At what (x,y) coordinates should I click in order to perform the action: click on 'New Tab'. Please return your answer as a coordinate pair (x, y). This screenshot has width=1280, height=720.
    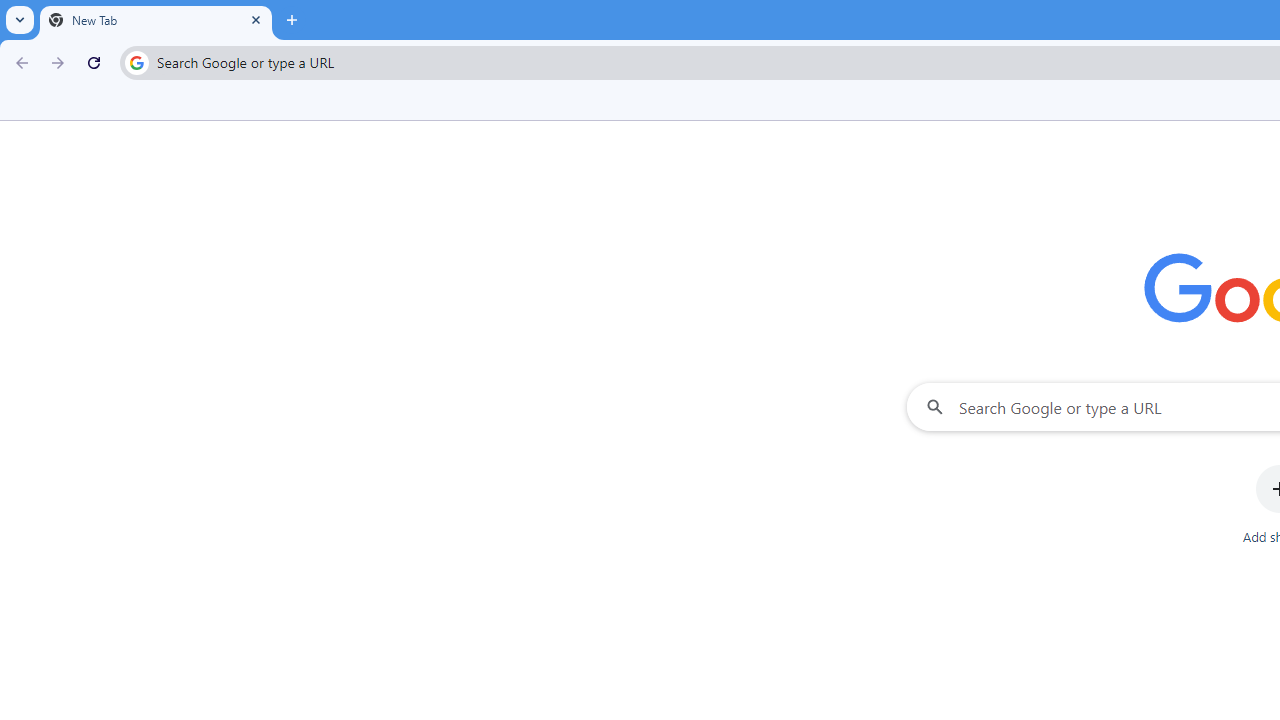
    Looking at the image, I should click on (155, 20).